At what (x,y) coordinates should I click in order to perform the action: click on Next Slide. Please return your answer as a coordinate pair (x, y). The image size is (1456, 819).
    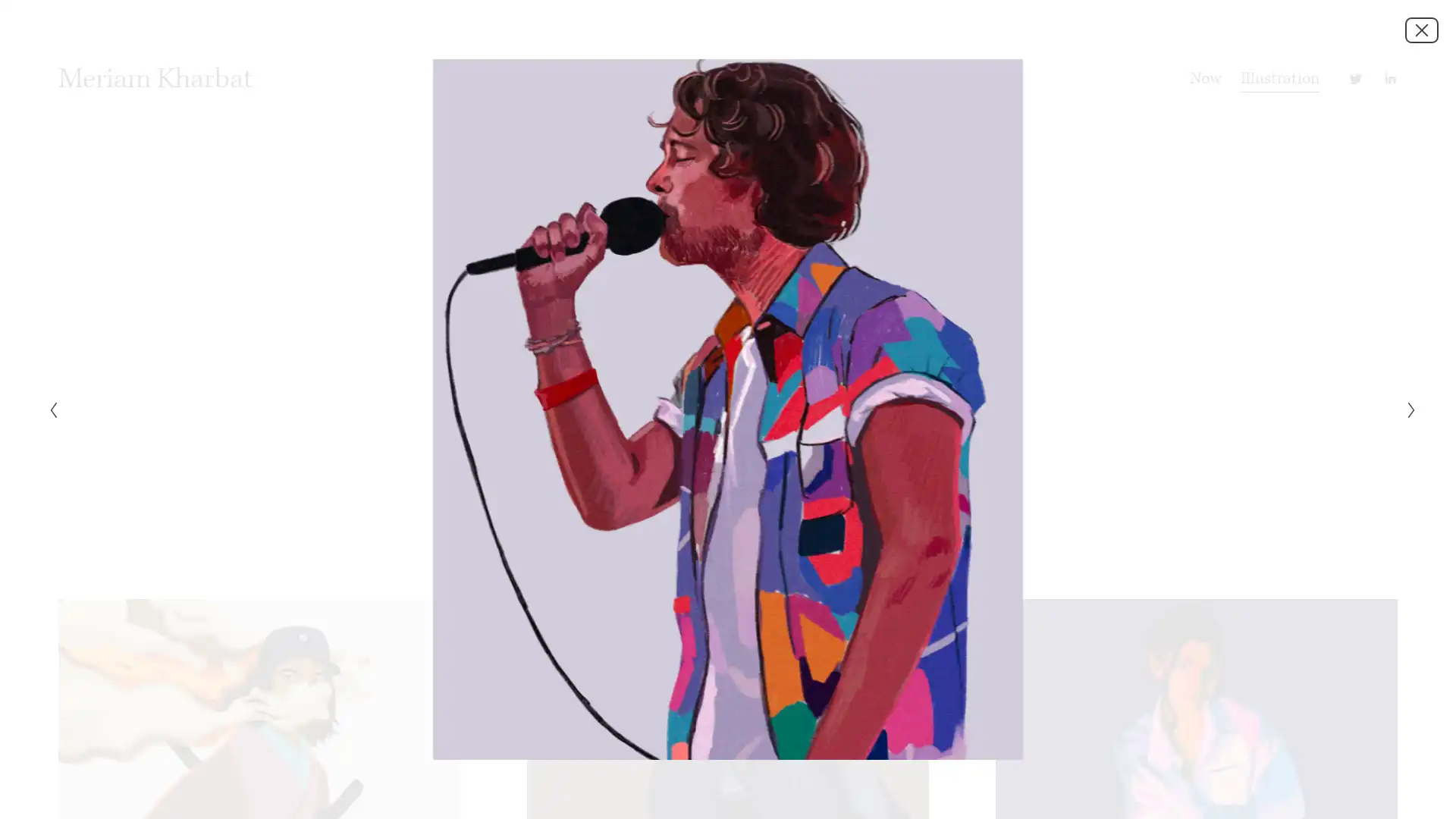
    Looking at the image, I should click on (1406, 409).